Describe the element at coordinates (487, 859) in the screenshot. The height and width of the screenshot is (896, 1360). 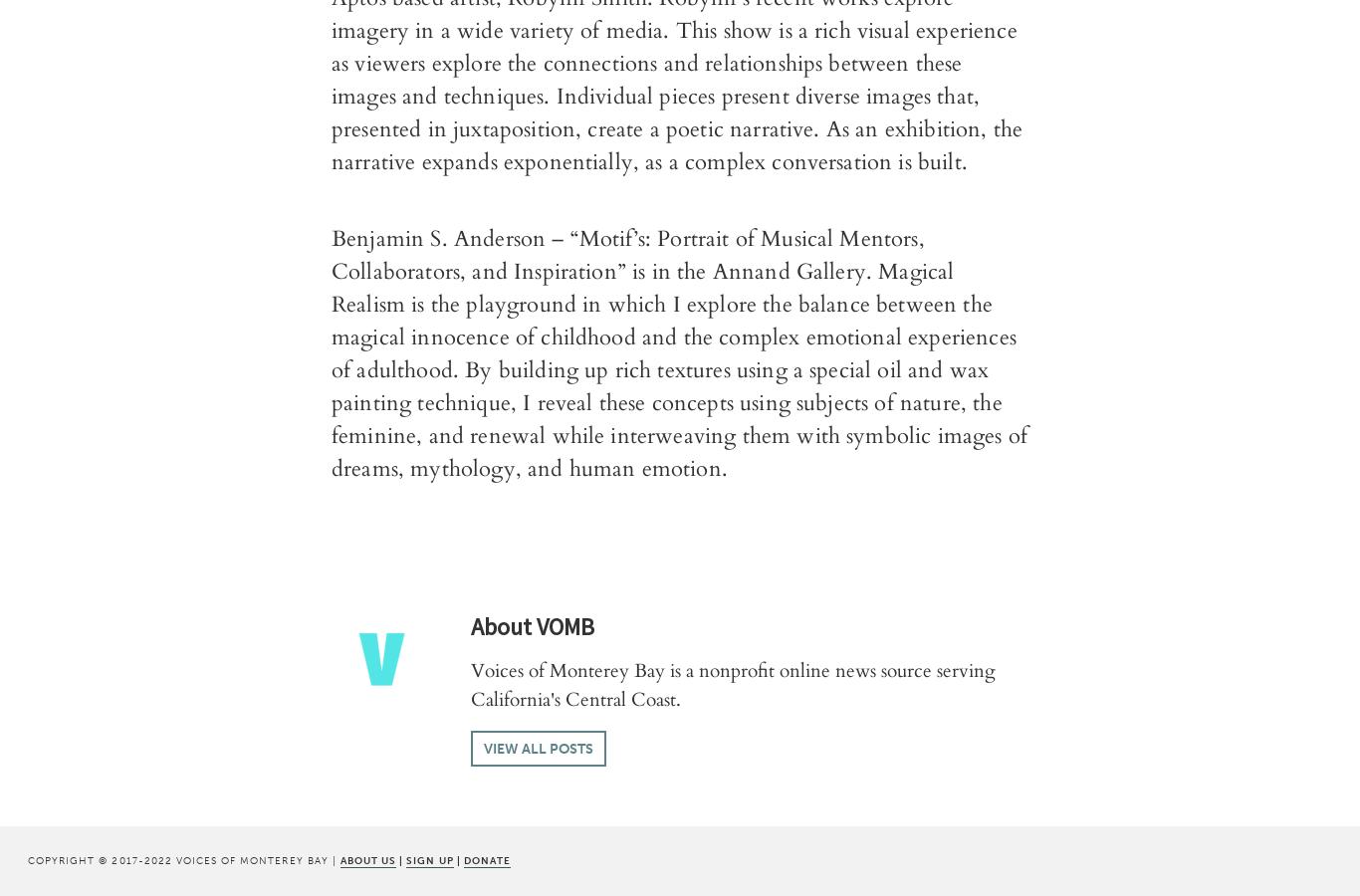
I see `'DONATE'` at that location.